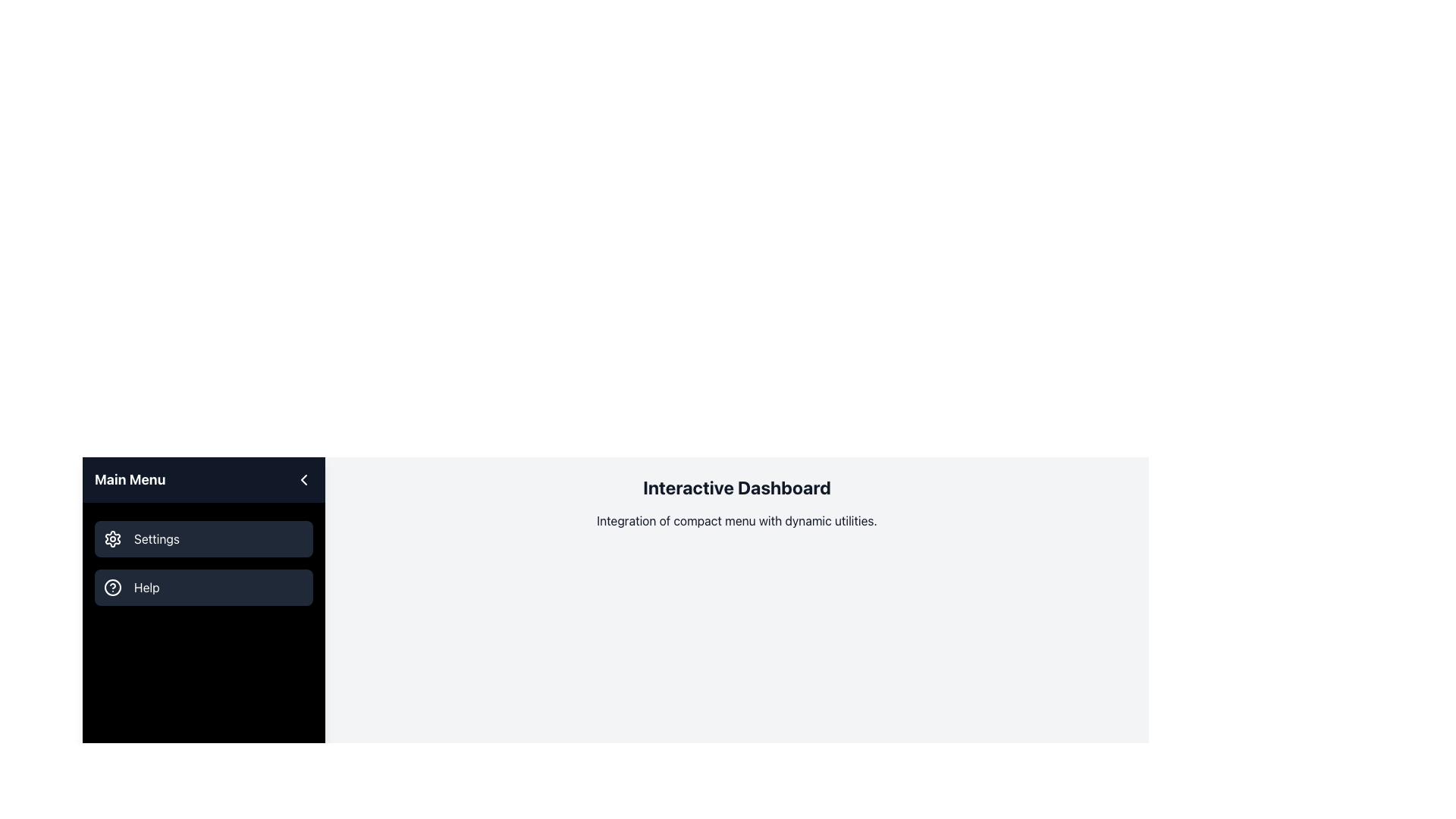  Describe the element at coordinates (736, 519) in the screenshot. I see `the plain text element reading 'Integration of compact menu with dynamic utilities.' which is positioned directly below the title 'Interactive Dashboard'` at that location.